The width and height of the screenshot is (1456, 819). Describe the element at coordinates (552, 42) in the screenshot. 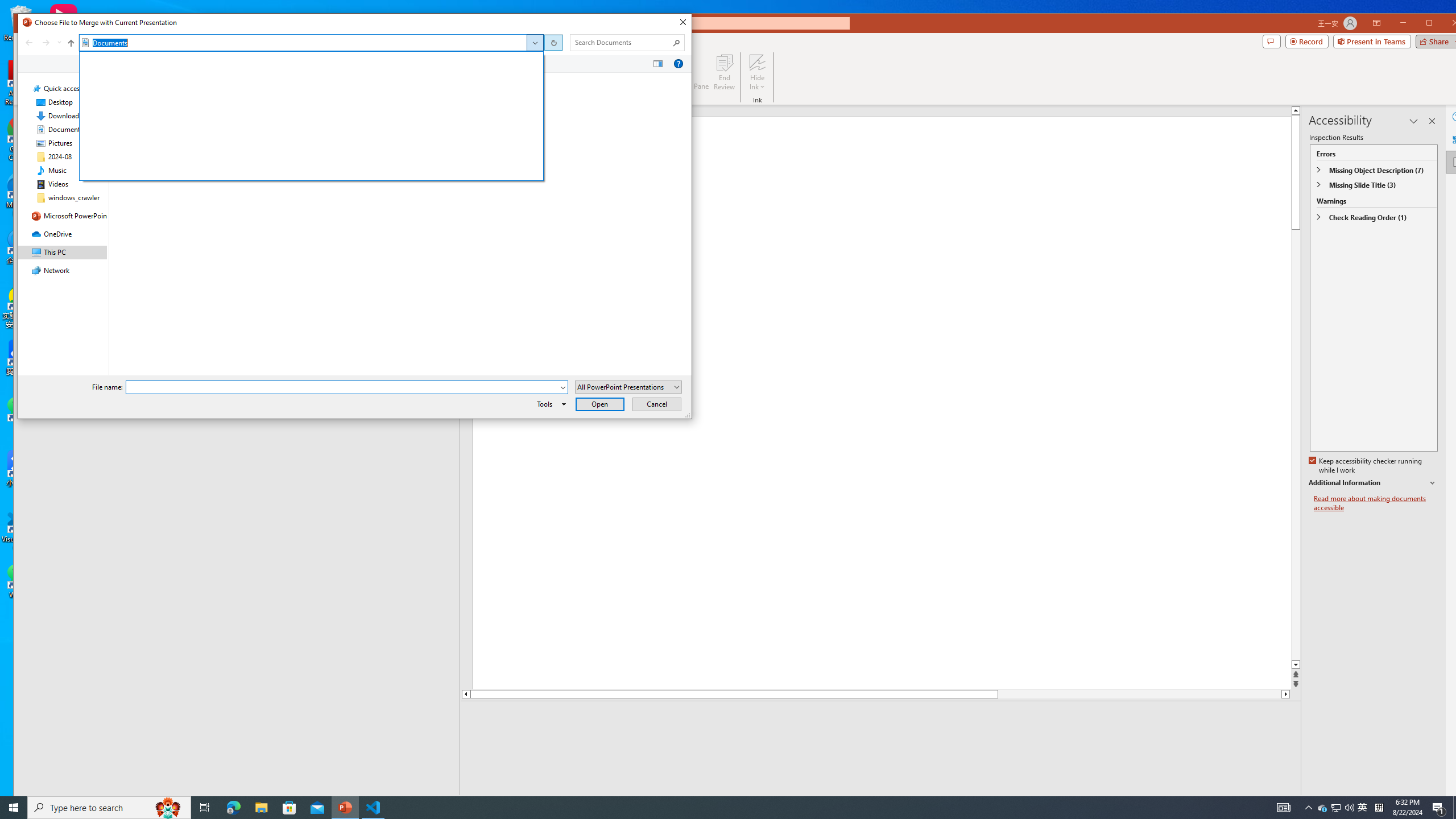

I see `'Address band toolbar'` at that location.